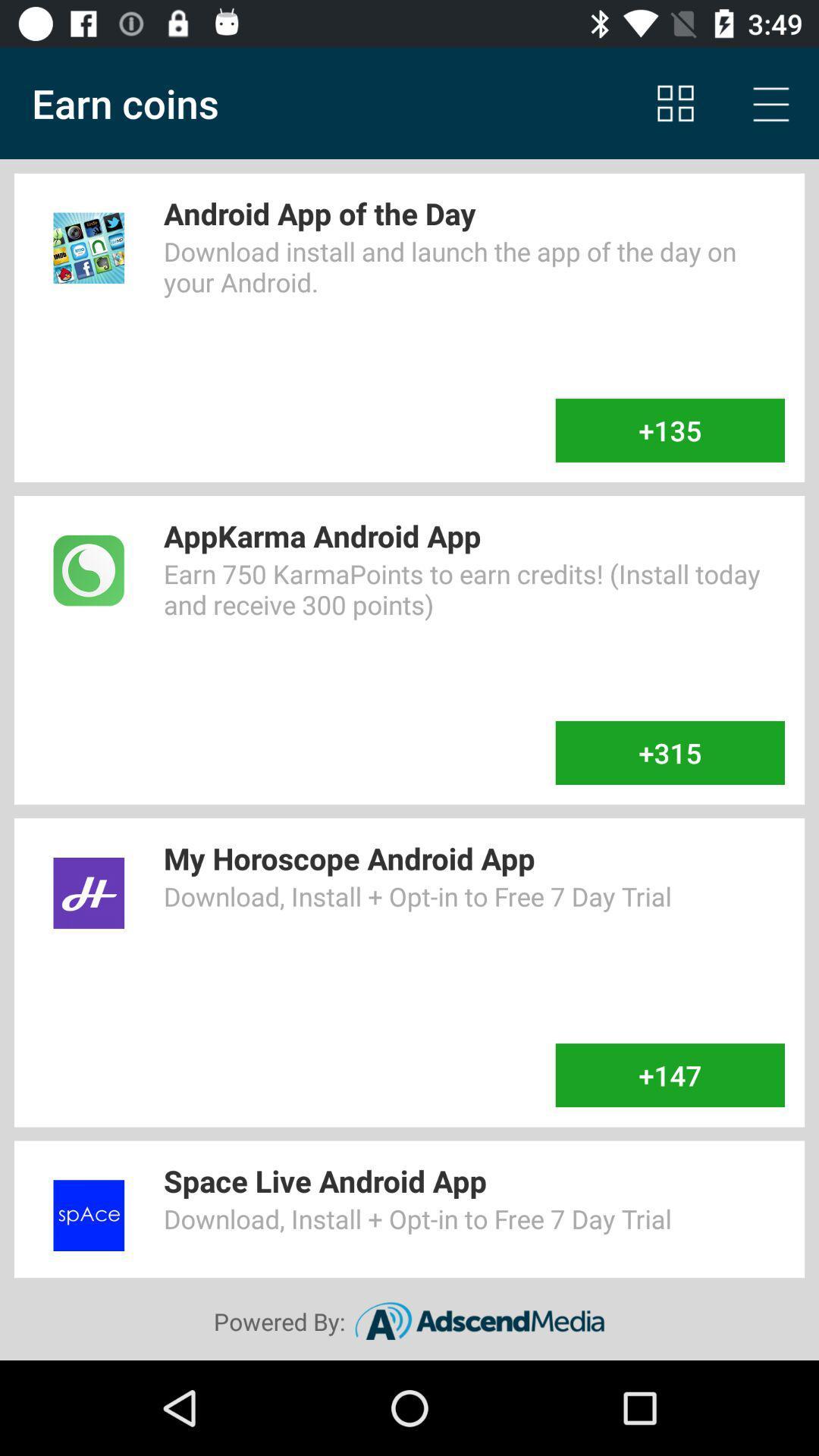 The image size is (819, 1456). Describe the element at coordinates (669, 1075) in the screenshot. I see `the +147` at that location.